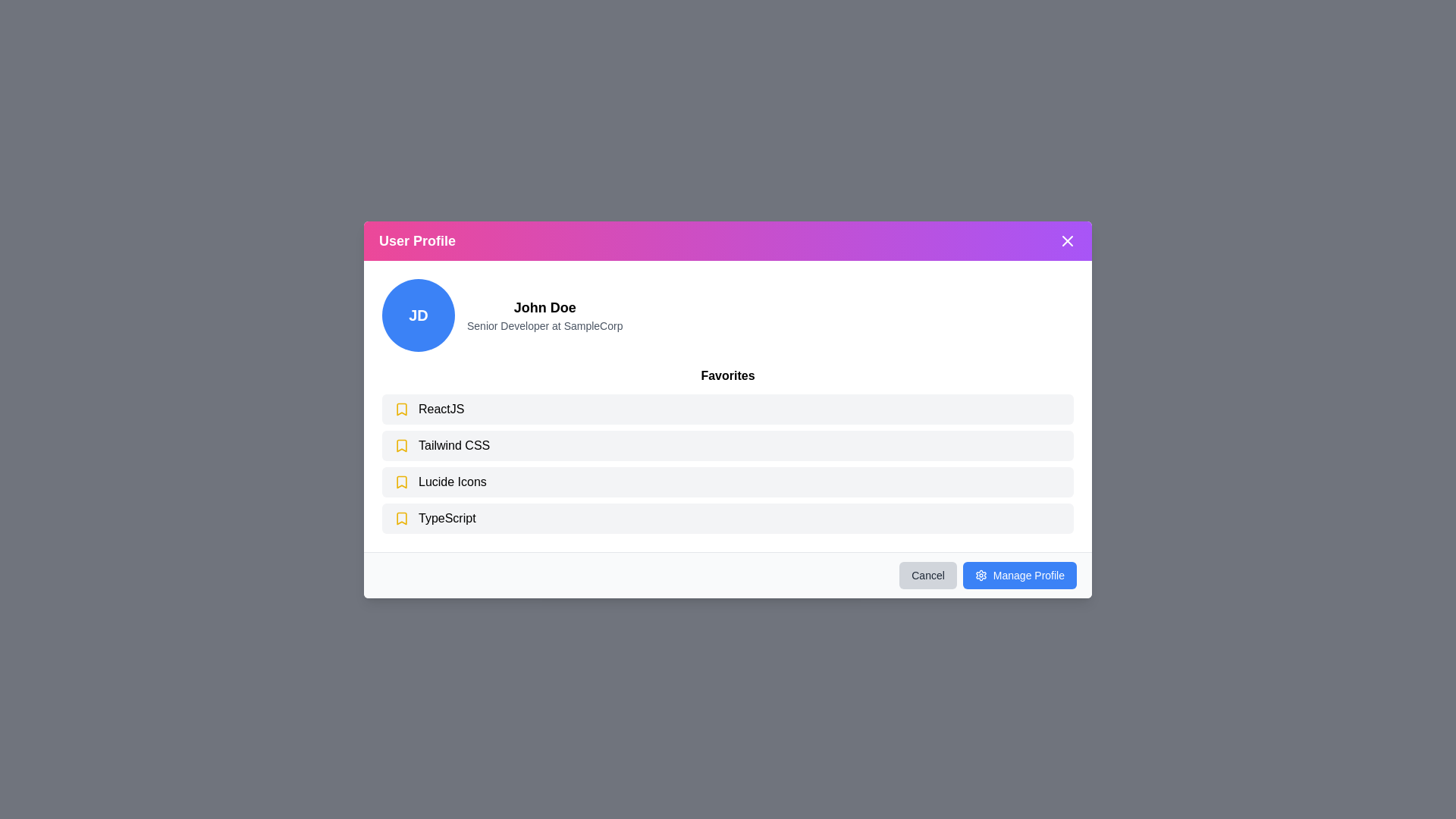 The image size is (1456, 819). Describe the element at coordinates (401, 516) in the screenshot. I see `the bookmark icon located at the far left of the row containing the 'TypeScript' label, which is situated within the 'Favorites' section` at that location.